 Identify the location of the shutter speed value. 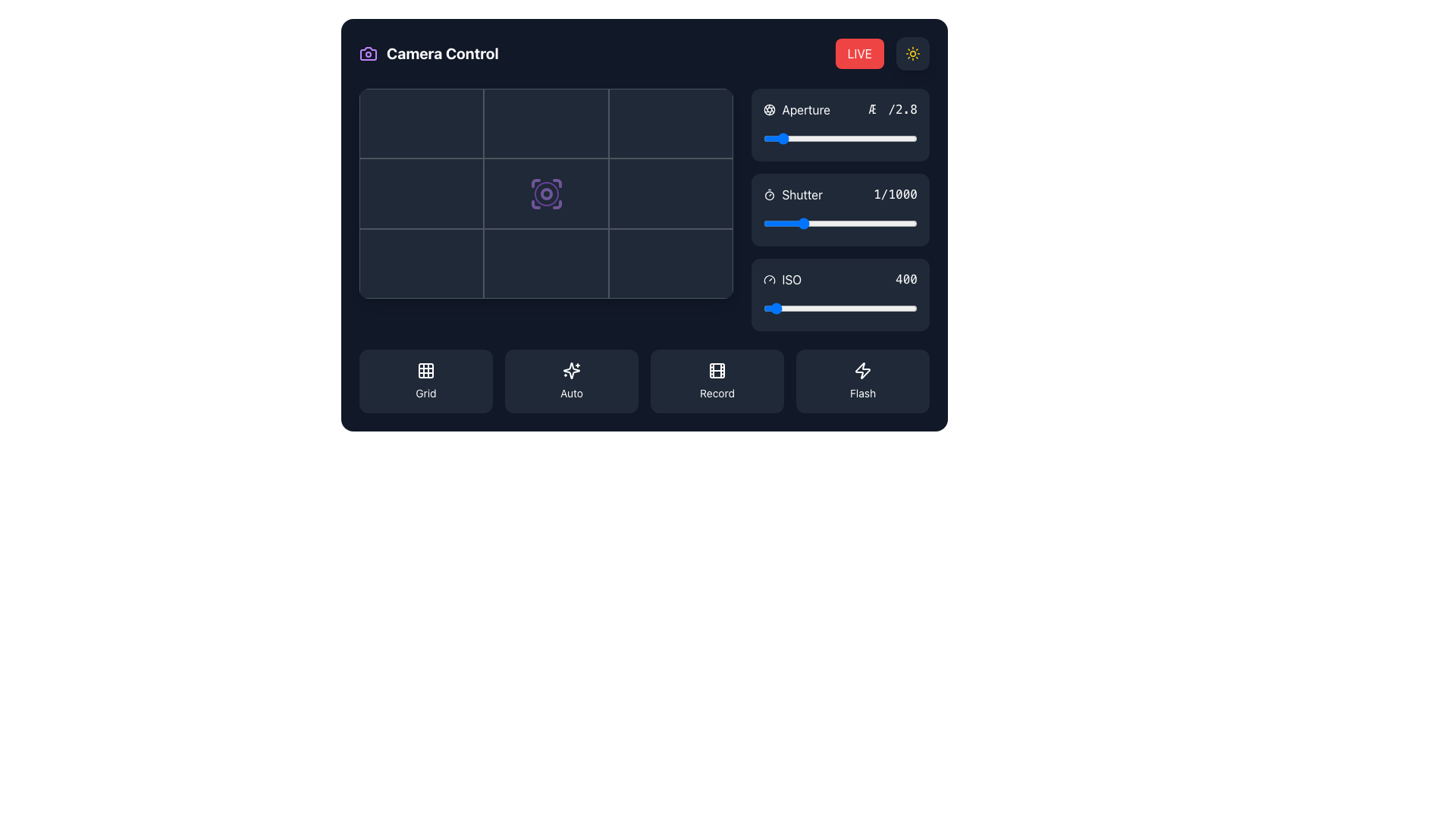
(809, 223).